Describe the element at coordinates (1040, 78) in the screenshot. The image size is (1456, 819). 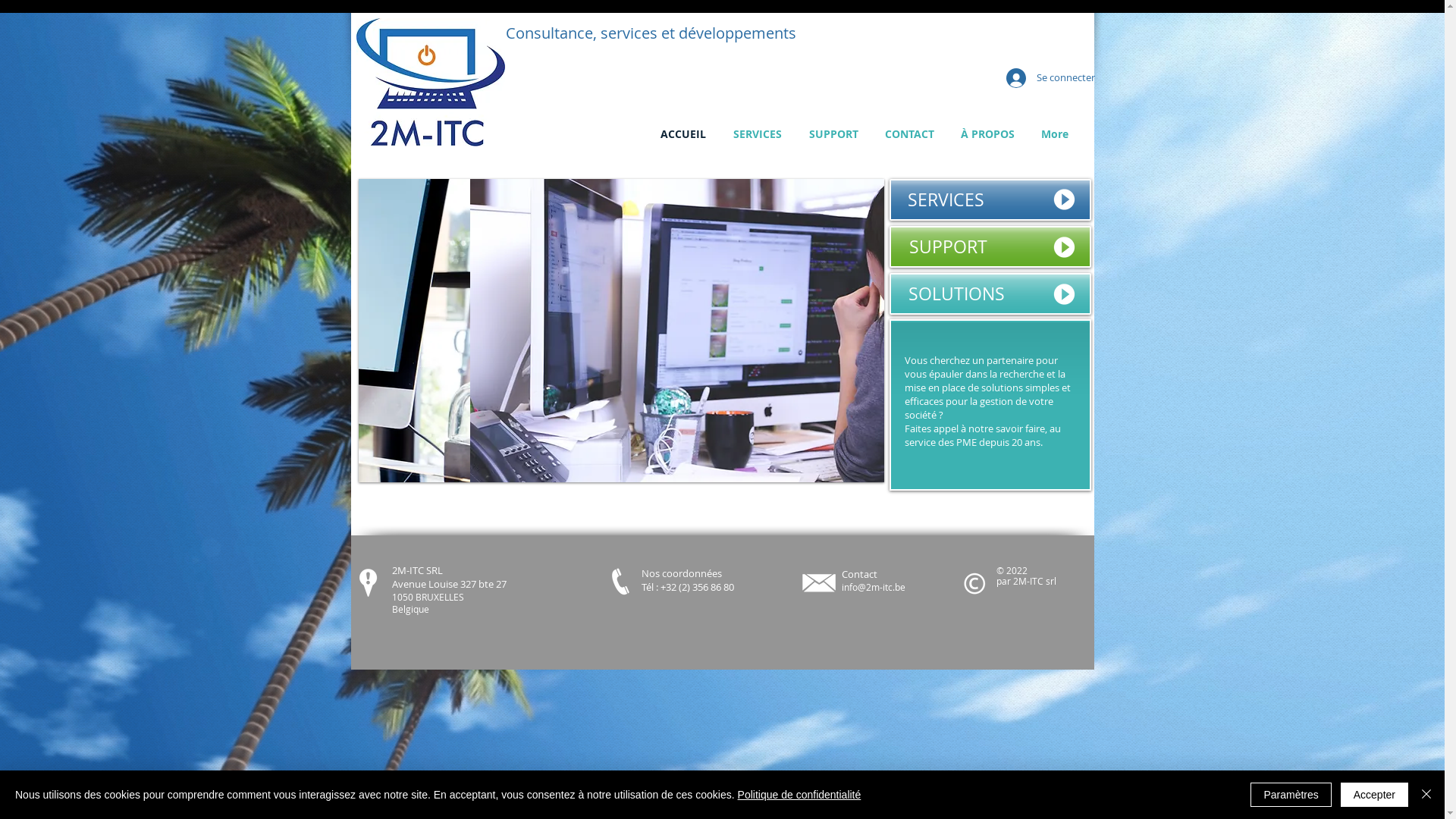
I see `'Se connecter'` at that location.